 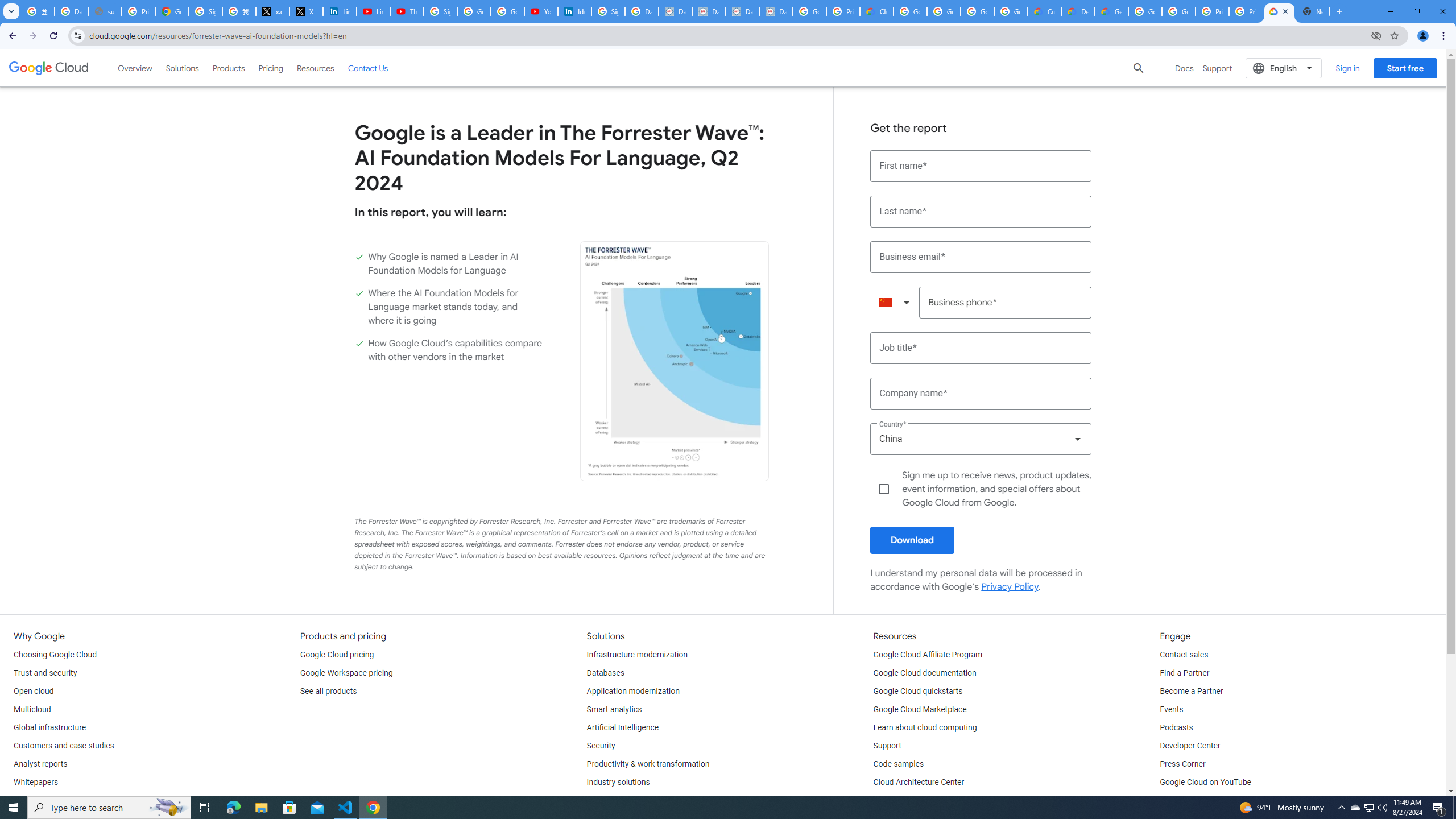 What do you see at coordinates (981, 348) in the screenshot?
I see `'Job title*'` at bounding box center [981, 348].